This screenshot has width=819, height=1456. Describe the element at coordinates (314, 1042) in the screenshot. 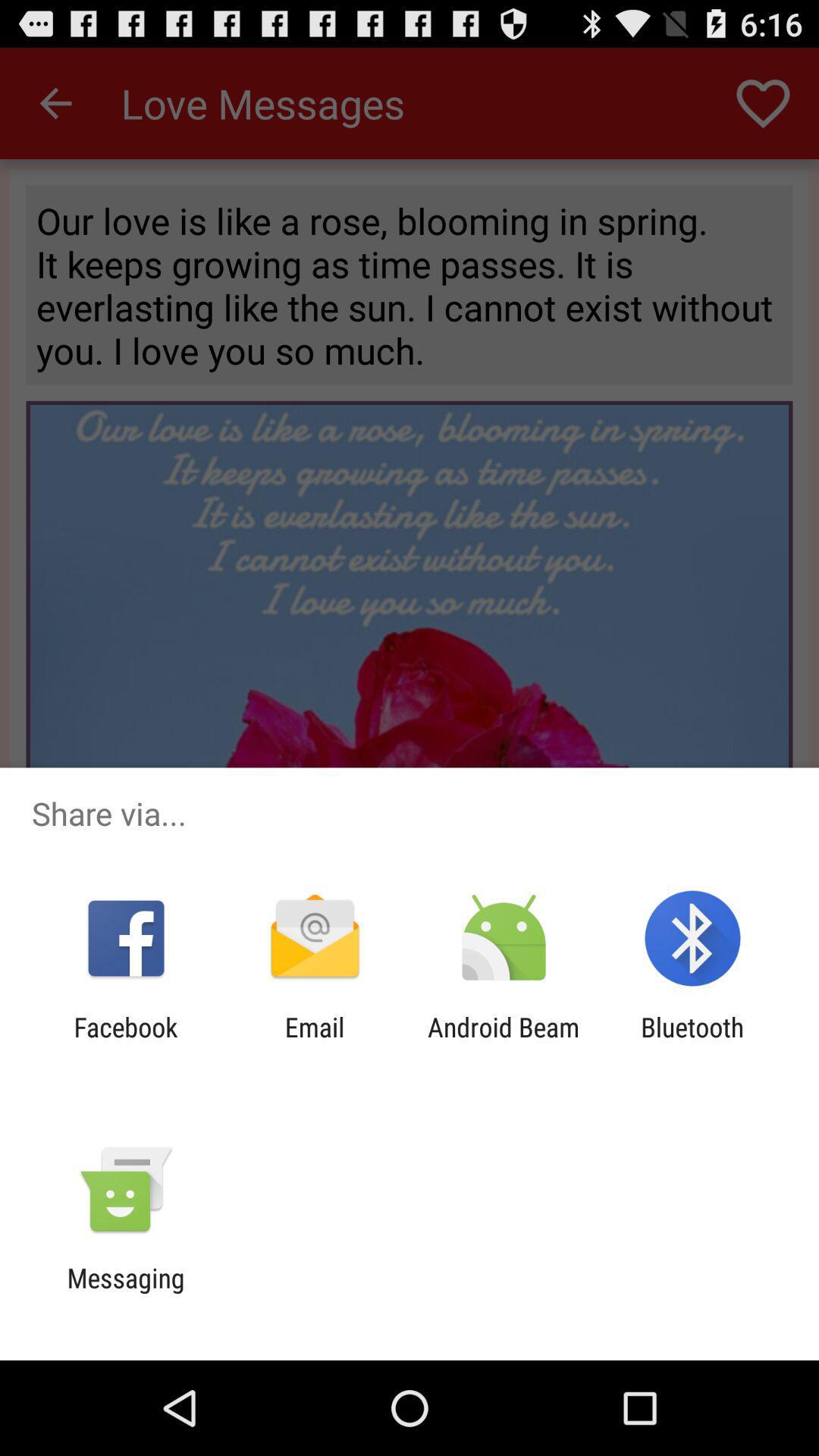

I see `icon to the right of the facebook item` at that location.